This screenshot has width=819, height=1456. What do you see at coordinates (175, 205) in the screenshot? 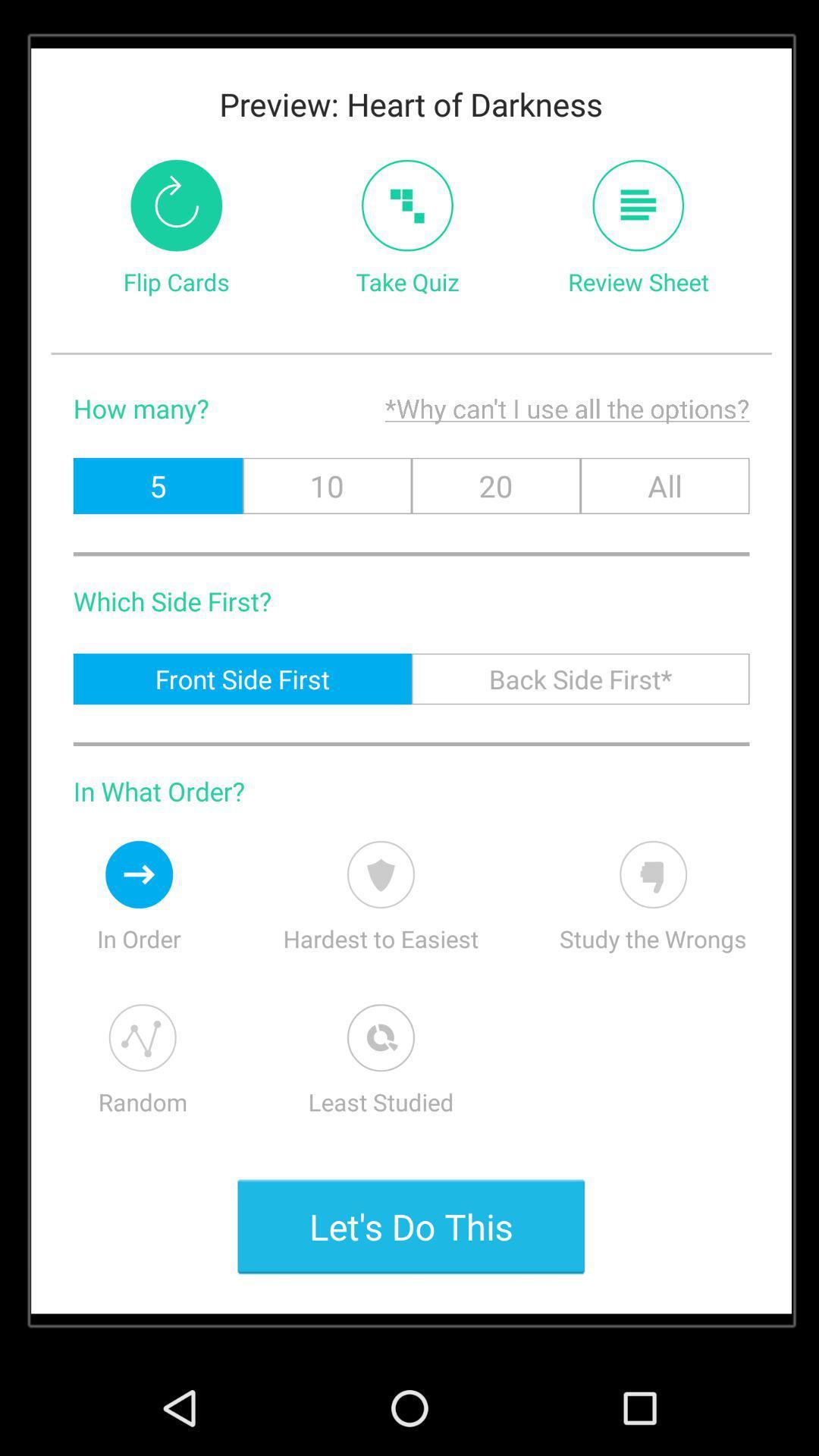
I see `reverse order of cards` at bounding box center [175, 205].